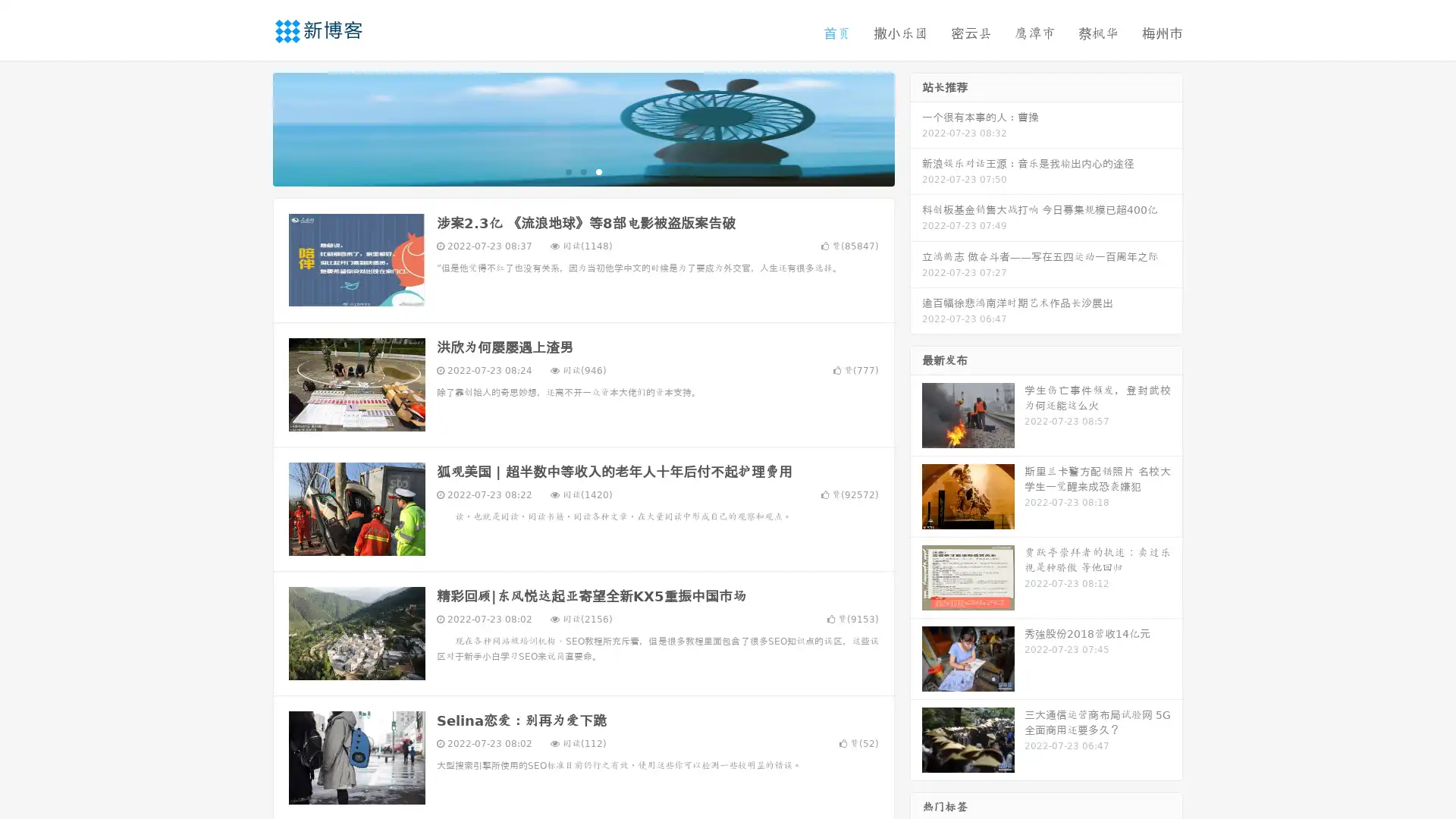  Describe the element at coordinates (916, 127) in the screenshot. I see `Next slide` at that location.